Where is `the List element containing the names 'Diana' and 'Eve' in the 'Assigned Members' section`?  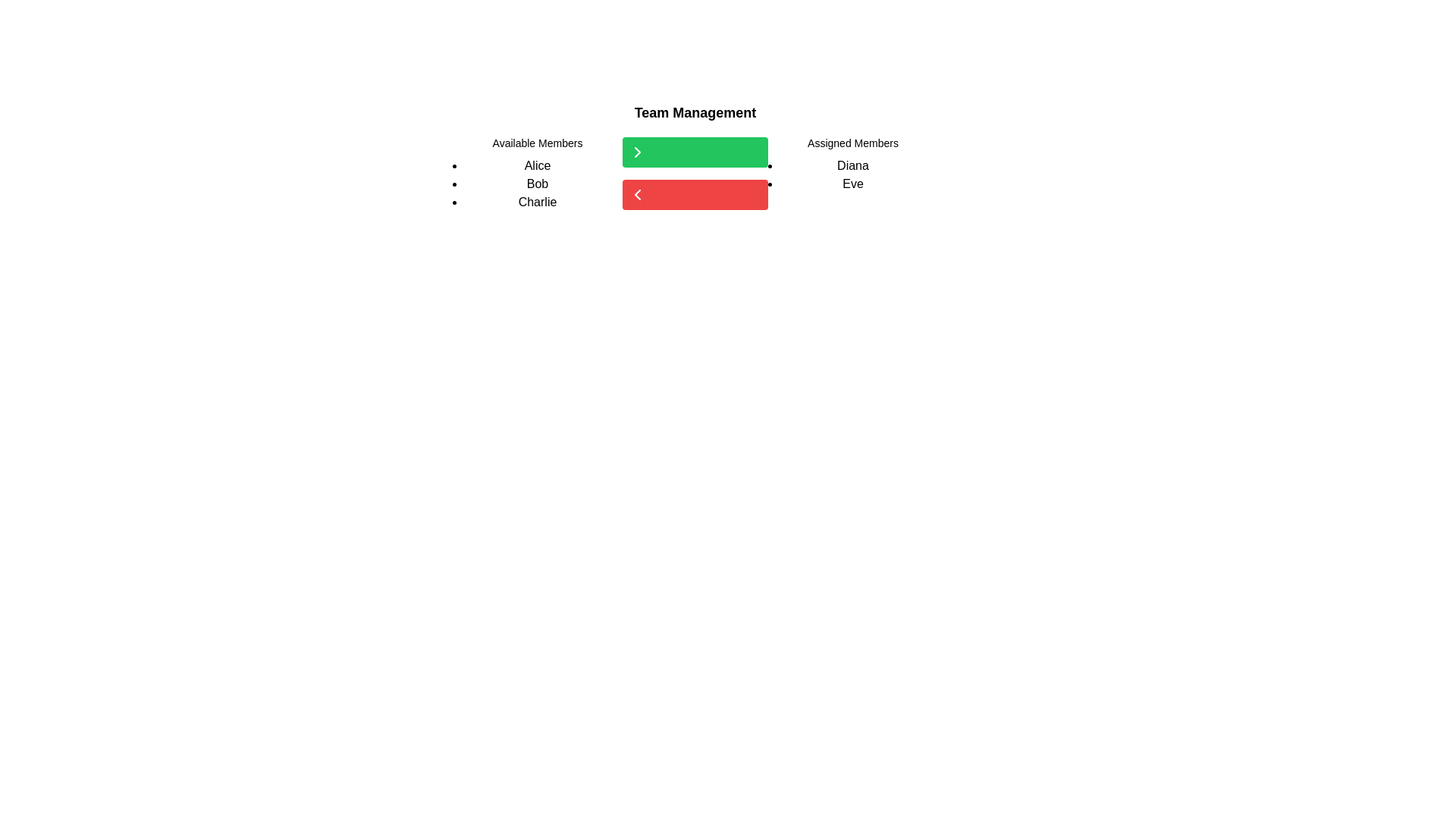 the List element containing the names 'Diana' and 'Eve' in the 'Assigned Members' section is located at coordinates (852, 174).